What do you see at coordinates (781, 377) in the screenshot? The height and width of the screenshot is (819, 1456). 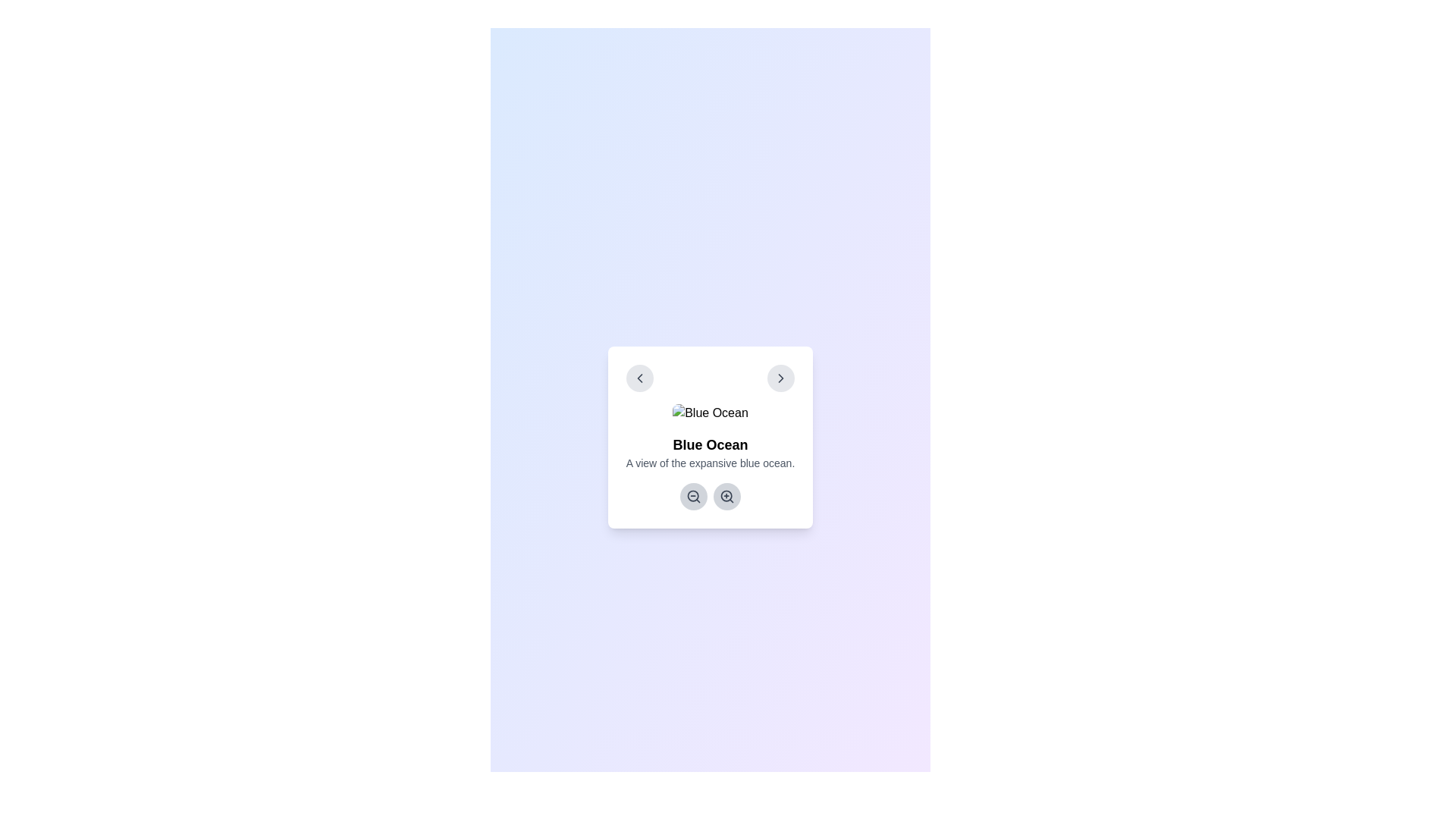 I see `the right-pointing chevron icon button located in the top-right corner of the card component` at bounding box center [781, 377].